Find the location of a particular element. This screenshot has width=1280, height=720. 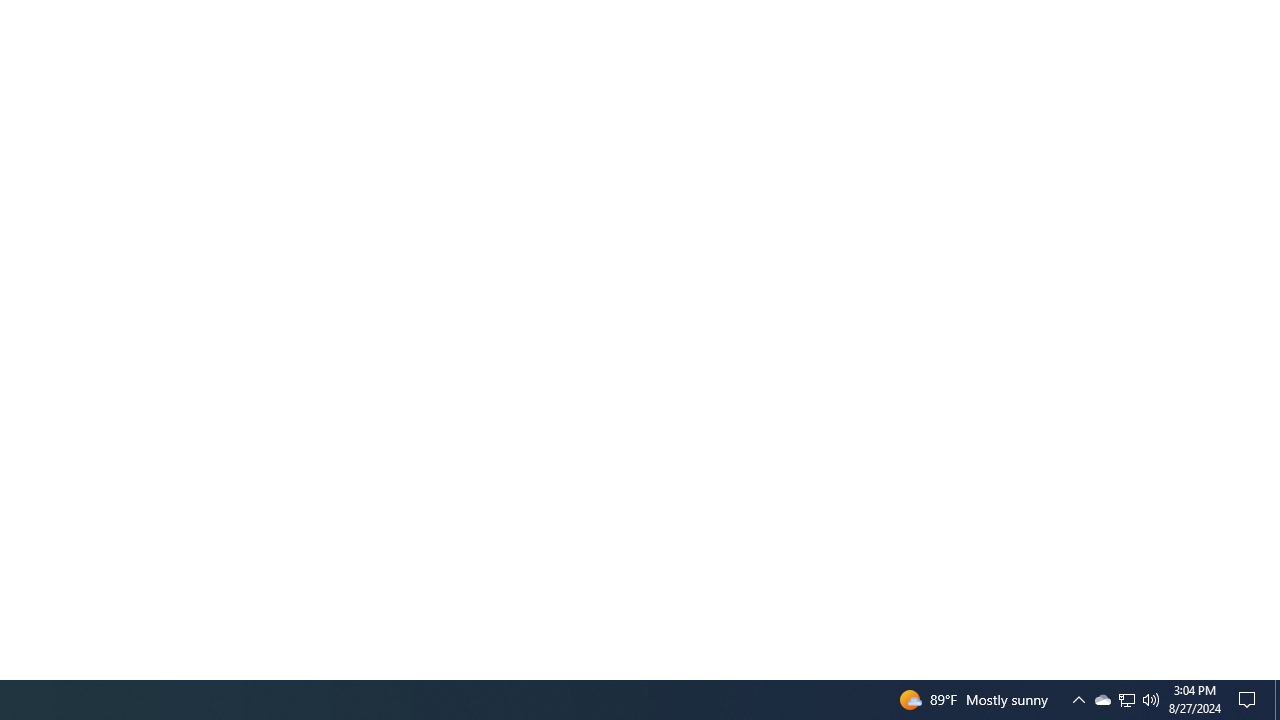

'User Promoted Notification Area' is located at coordinates (1101, 698).